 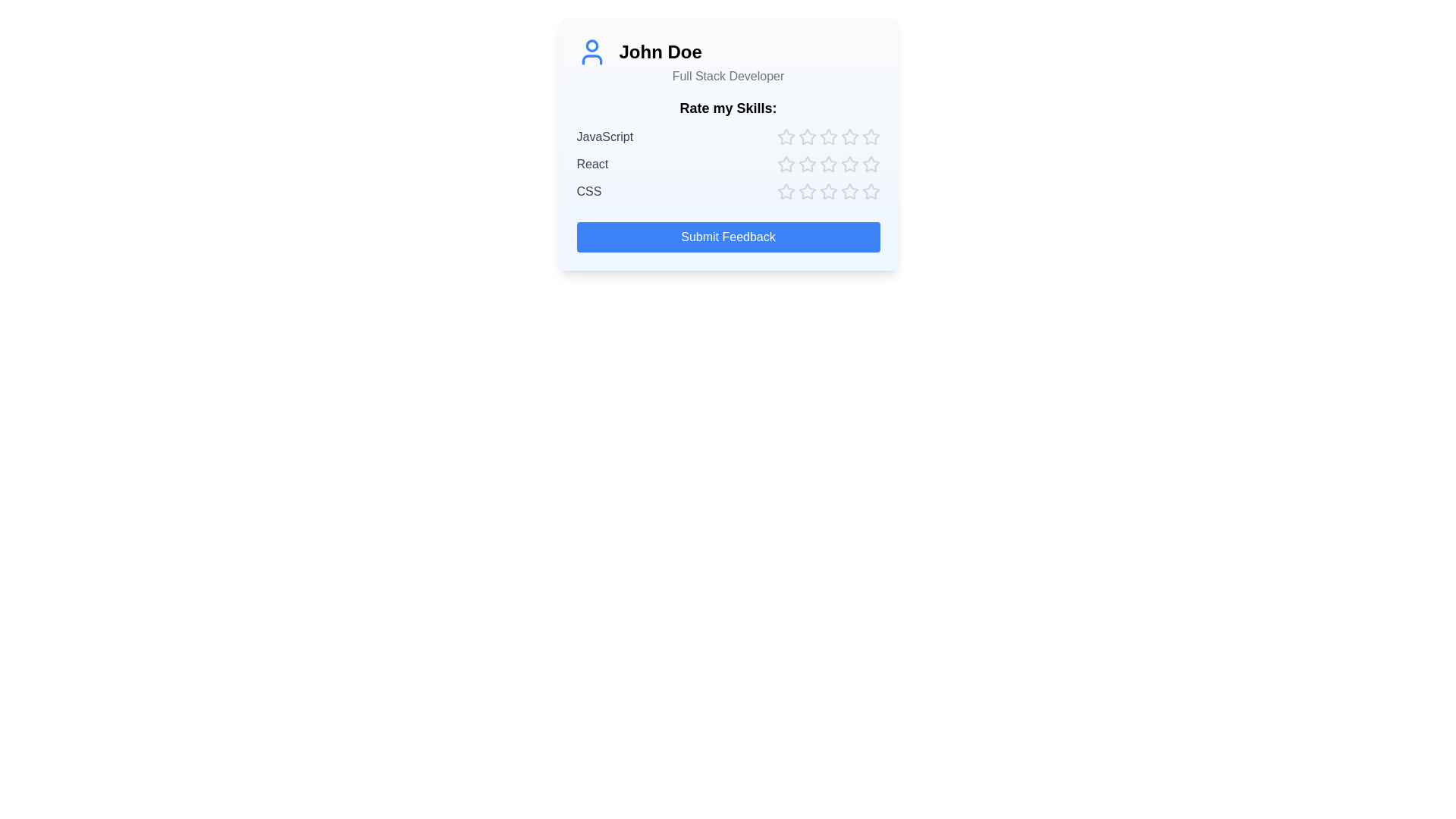 I want to click on the star corresponding to skill React and rating 4, so click(x=849, y=164).